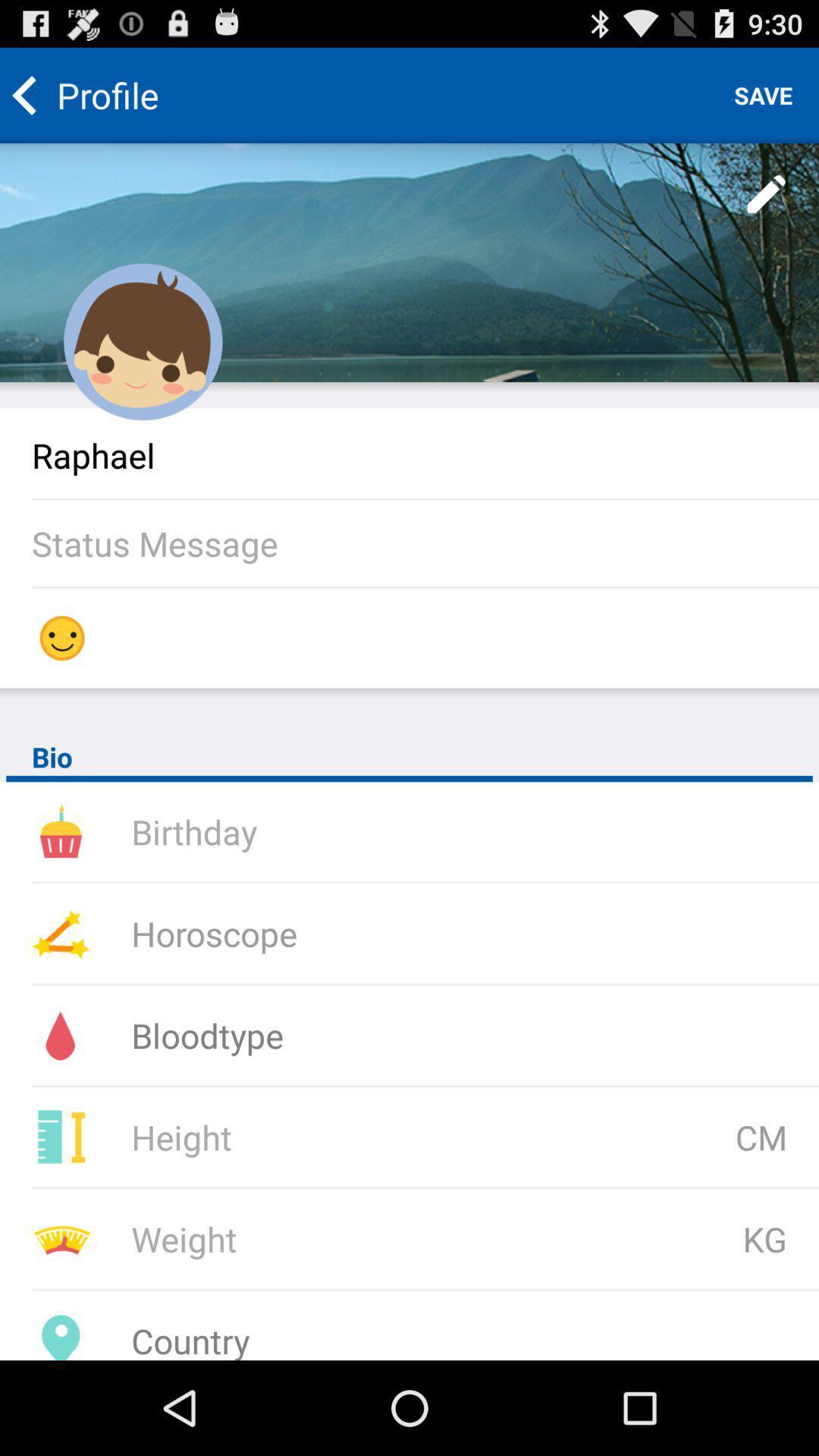  I want to click on annotation, so click(767, 194).